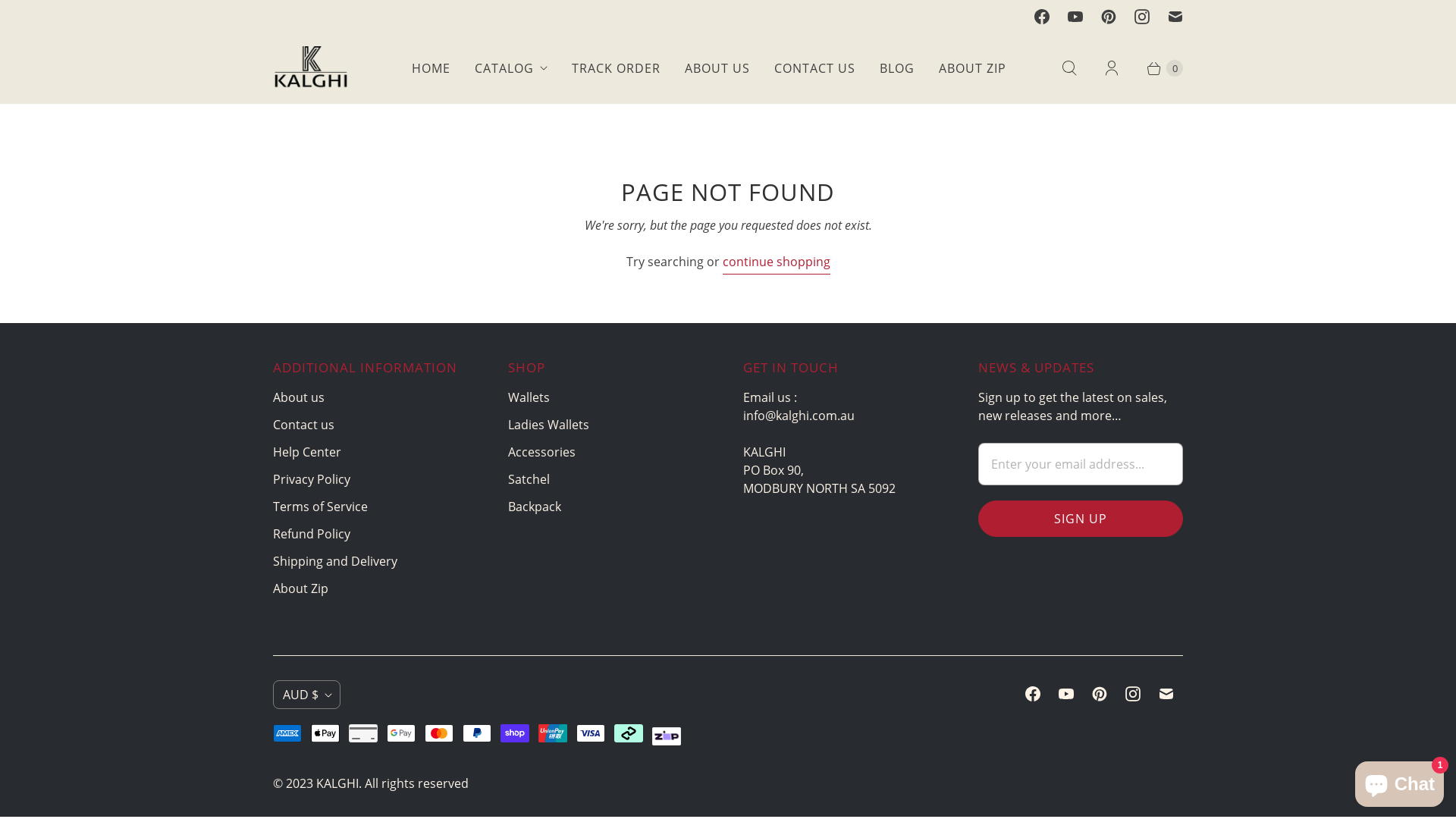  Describe the element at coordinates (273, 506) in the screenshot. I see `'Terms of Service'` at that location.